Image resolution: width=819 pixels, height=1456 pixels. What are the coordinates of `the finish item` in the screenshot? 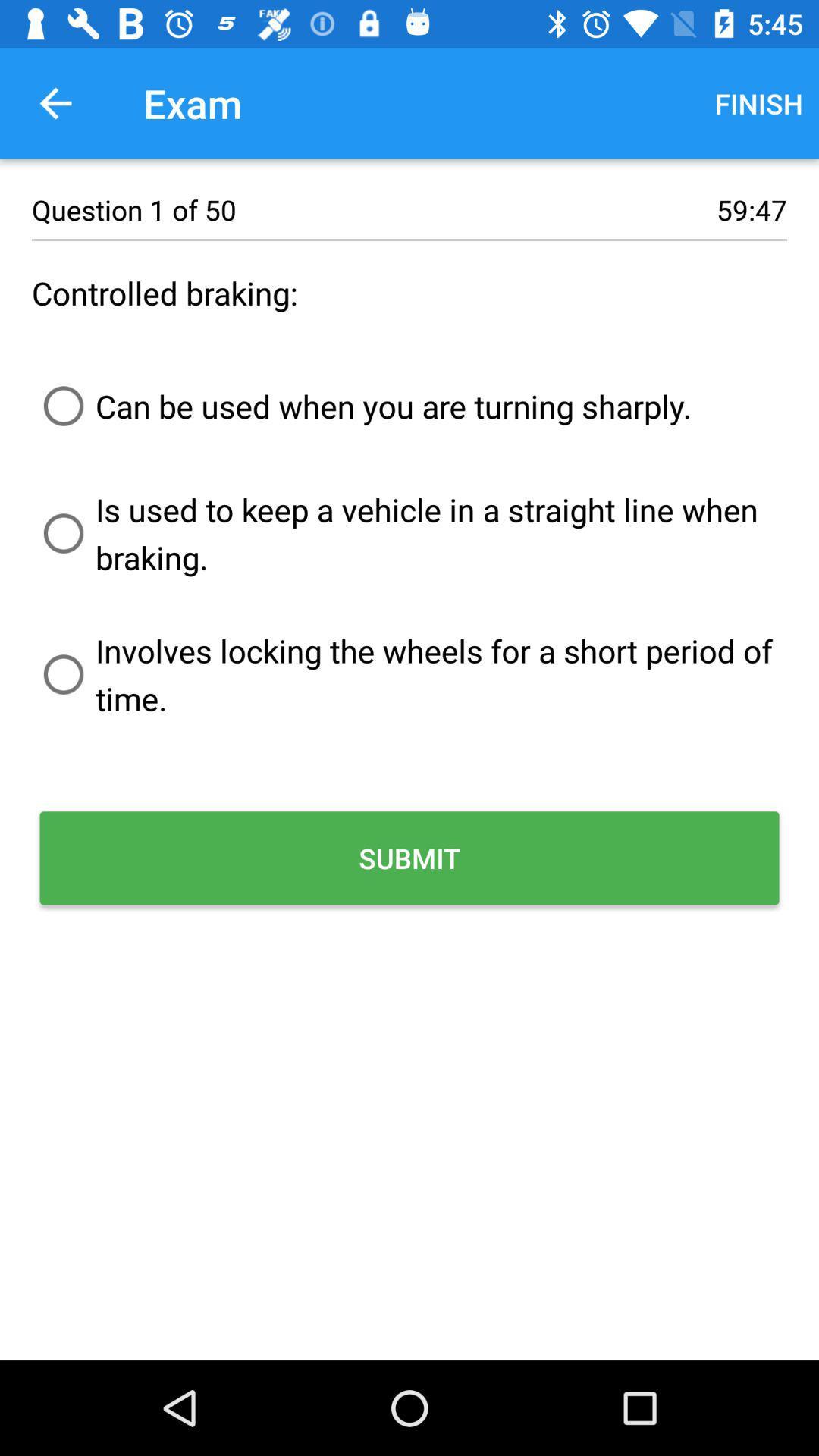 It's located at (758, 102).